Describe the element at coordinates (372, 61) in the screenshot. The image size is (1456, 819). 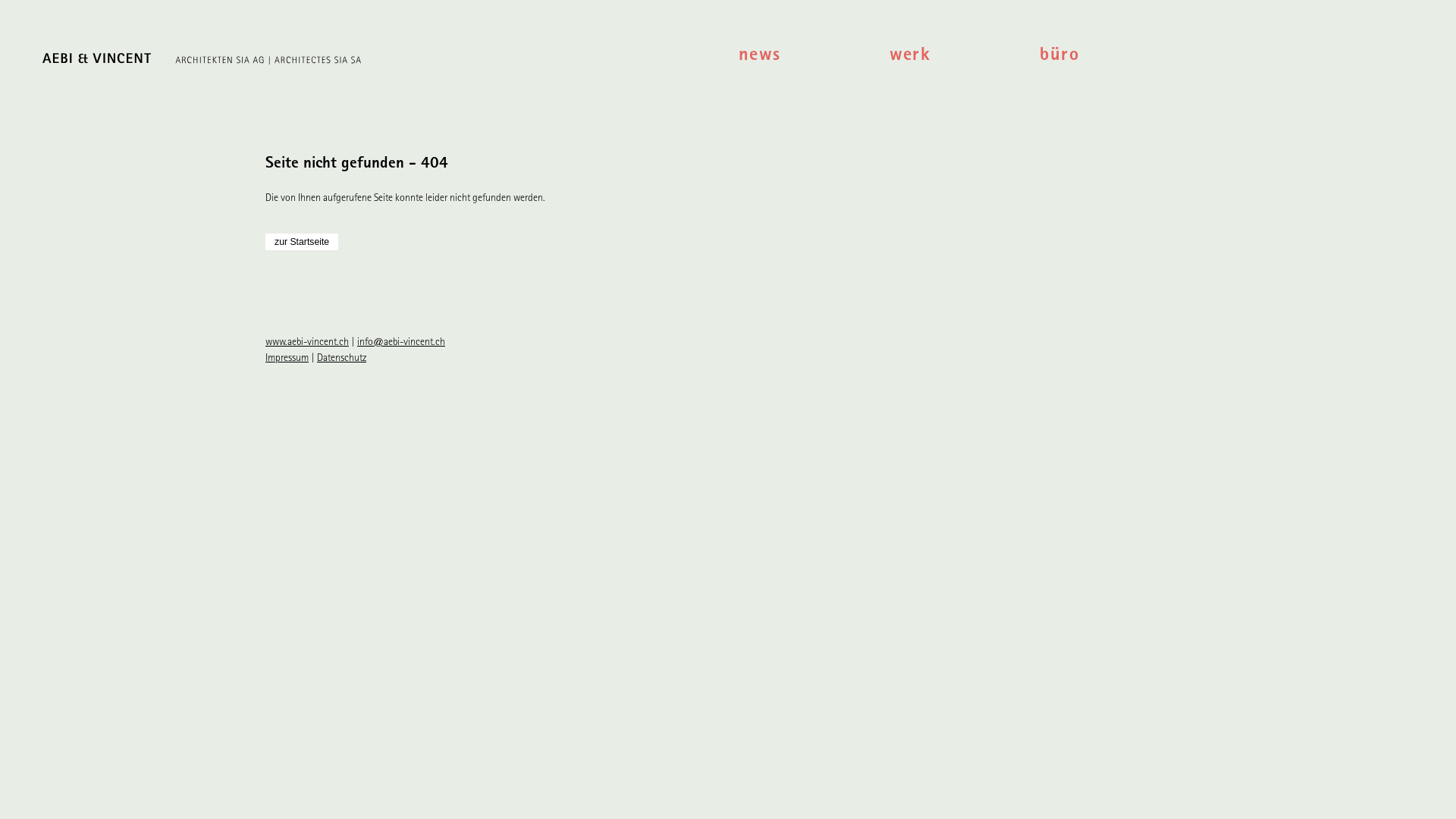
I see `'Logo: Aebi & Vincent Architekten SIA AG (Schriftzug)'` at that location.